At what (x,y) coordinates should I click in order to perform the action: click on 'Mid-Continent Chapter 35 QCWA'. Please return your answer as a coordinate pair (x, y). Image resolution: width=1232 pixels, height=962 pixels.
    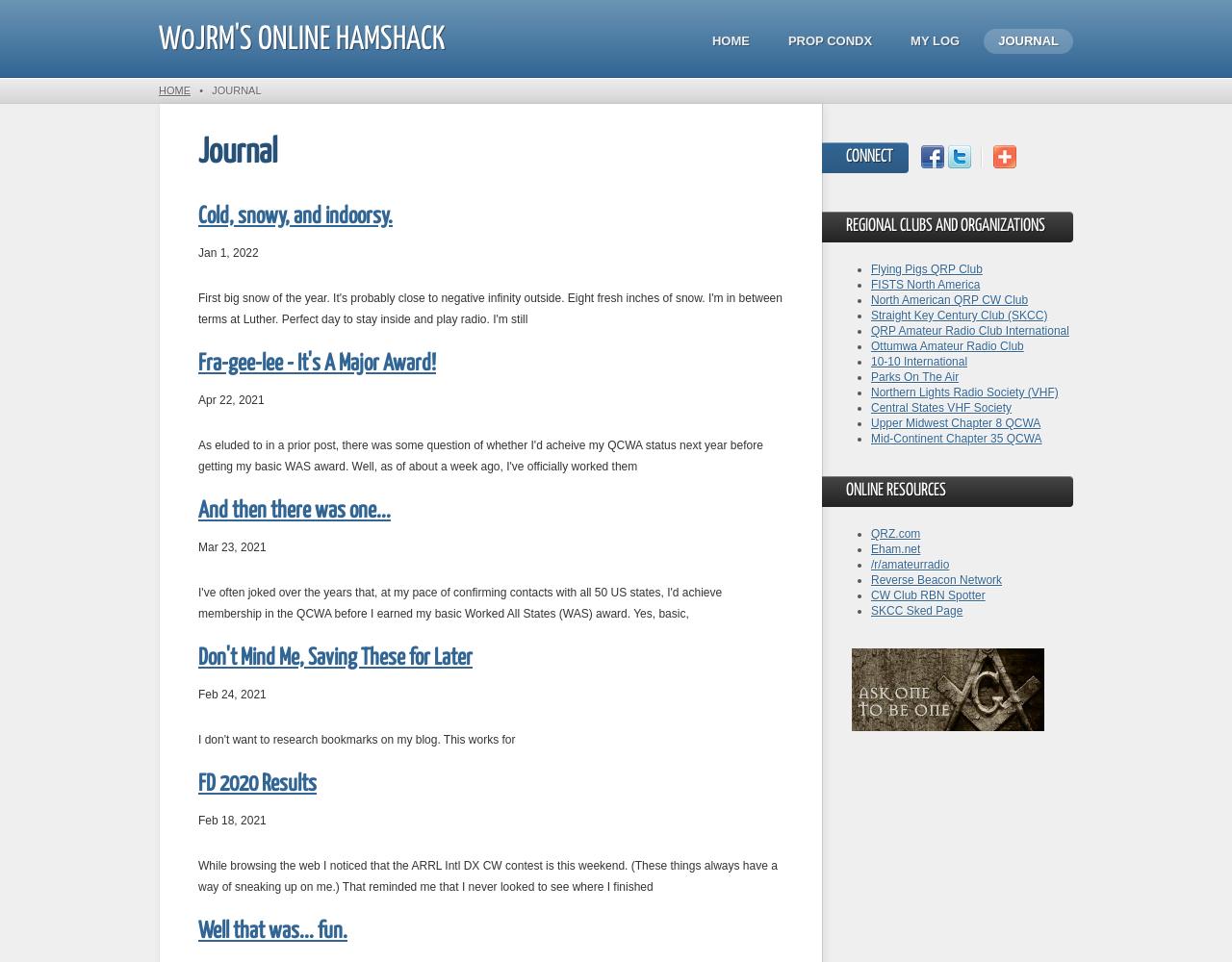
    Looking at the image, I should click on (956, 438).